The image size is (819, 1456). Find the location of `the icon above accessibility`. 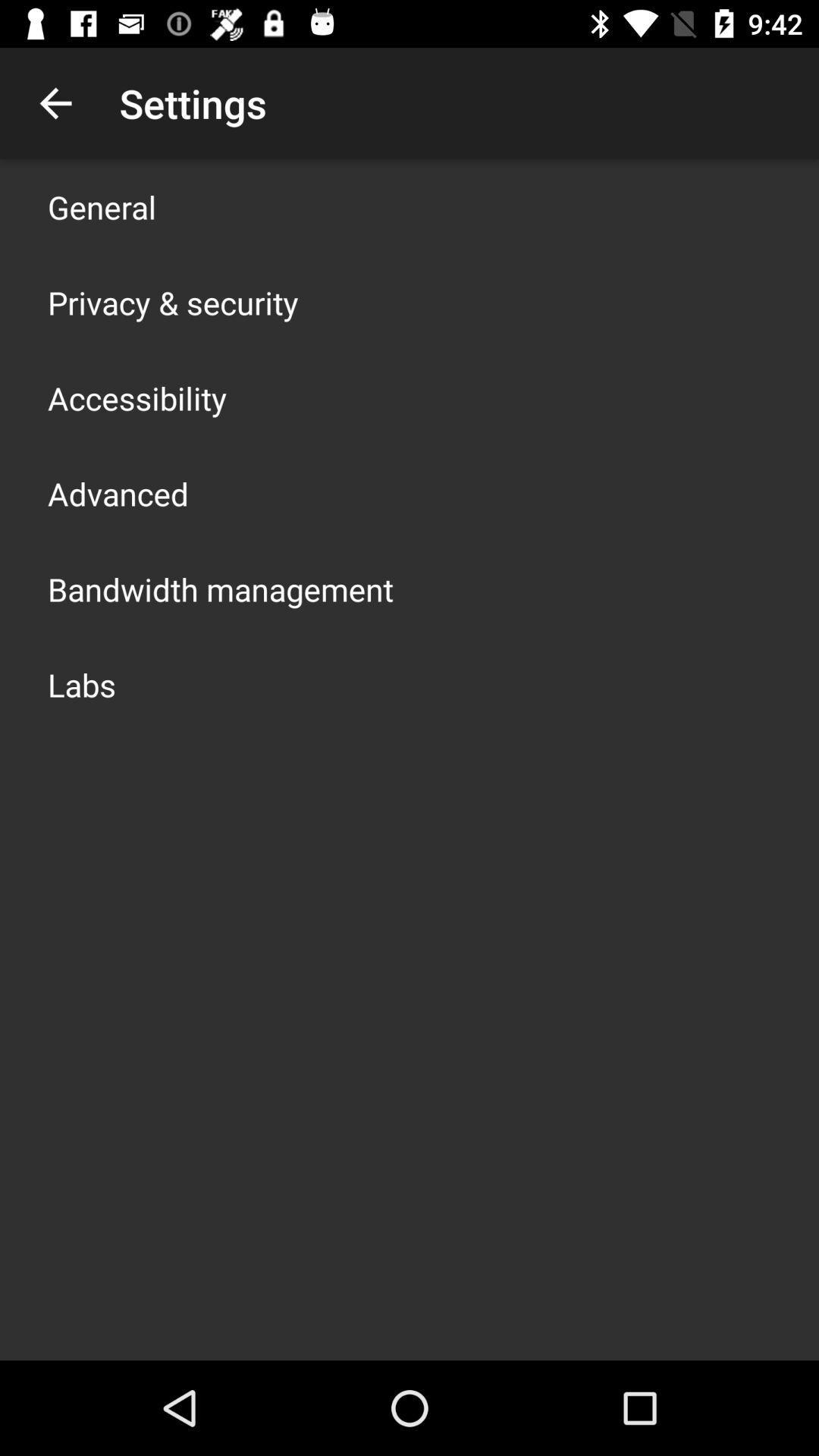

the icon above accessibility is located at coordinates (172, 302).